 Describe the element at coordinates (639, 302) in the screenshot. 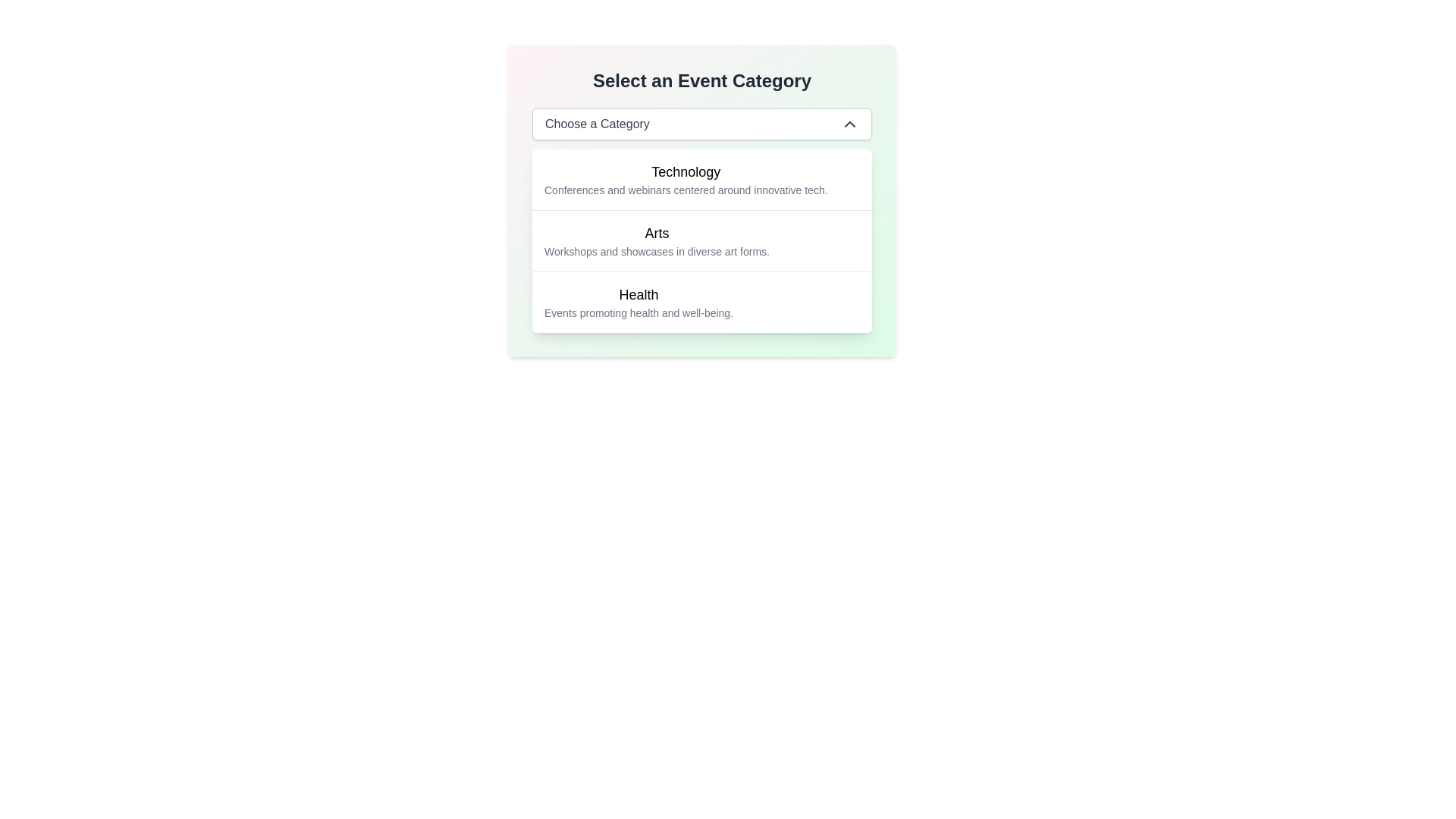

I see `the 'Health' text block in the dropdown menu` at that location.